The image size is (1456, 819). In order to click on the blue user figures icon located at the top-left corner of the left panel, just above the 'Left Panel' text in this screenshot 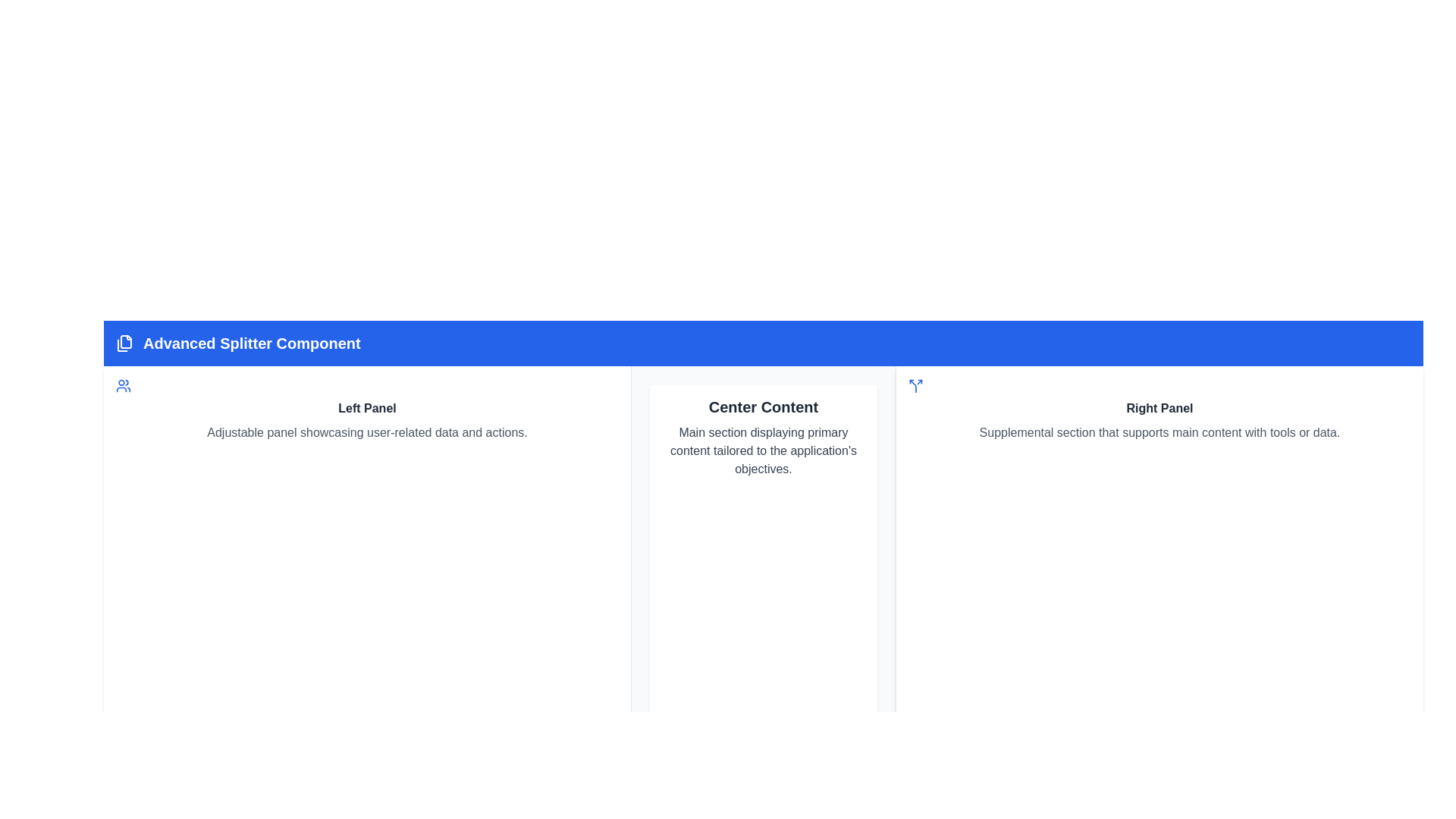, I will do `click(124, 385)`.